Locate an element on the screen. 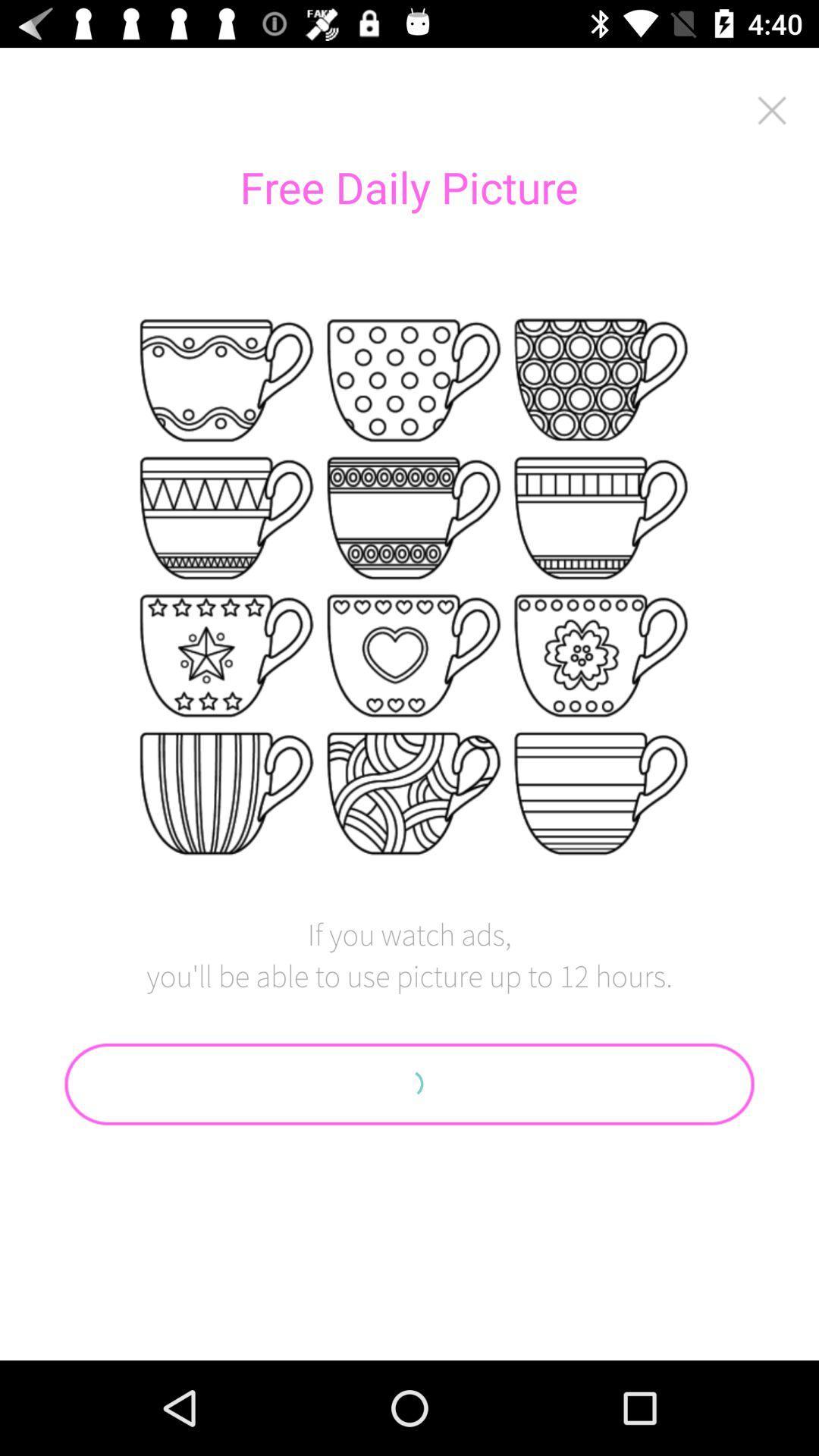 This screenshot has width=819, height=1456. exit screen is located at coordinates (772, 109).